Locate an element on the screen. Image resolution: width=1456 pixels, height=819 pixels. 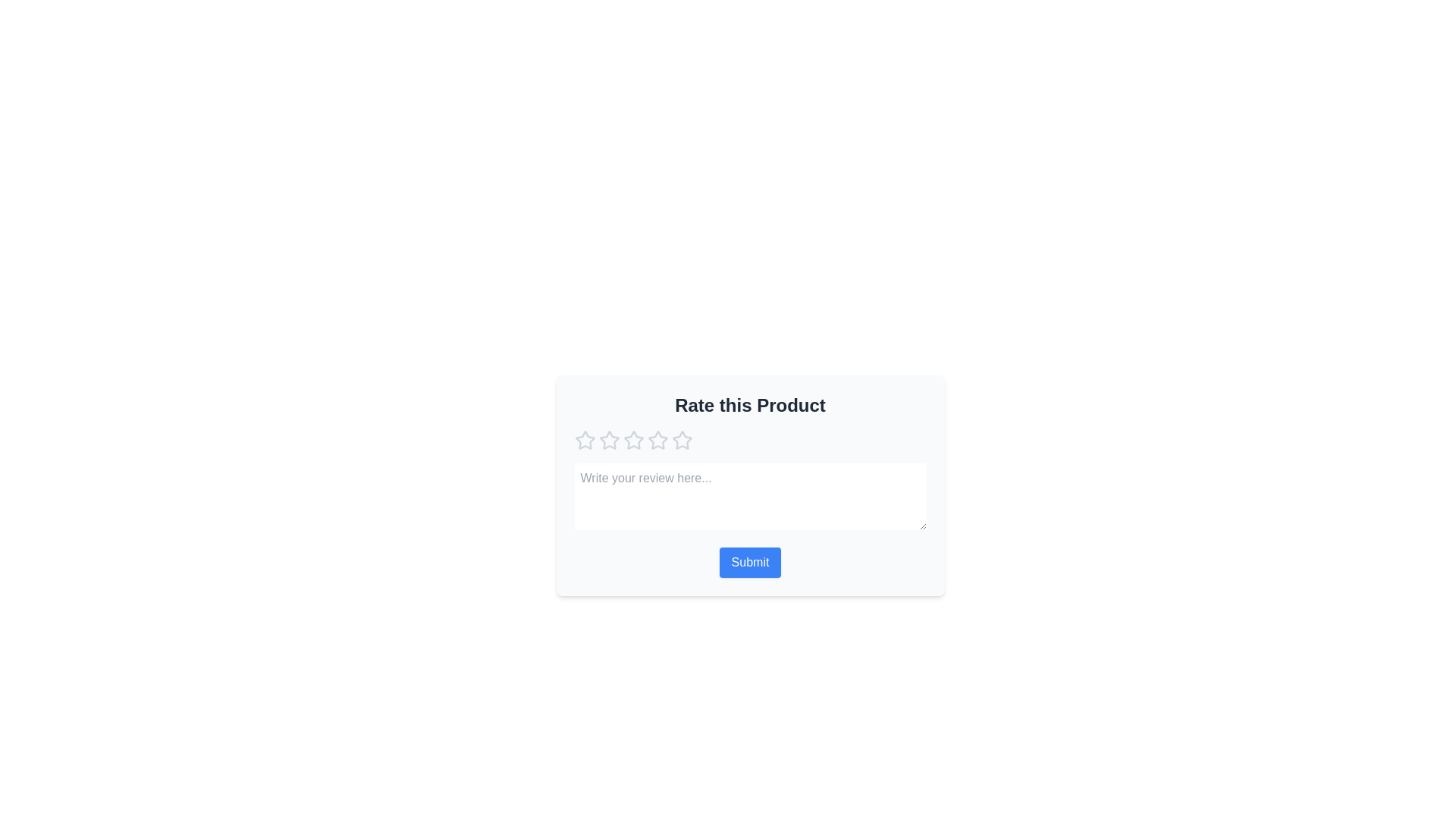
the star corresponding to 5 stars to set the rating is located at coordinates (681, 441).